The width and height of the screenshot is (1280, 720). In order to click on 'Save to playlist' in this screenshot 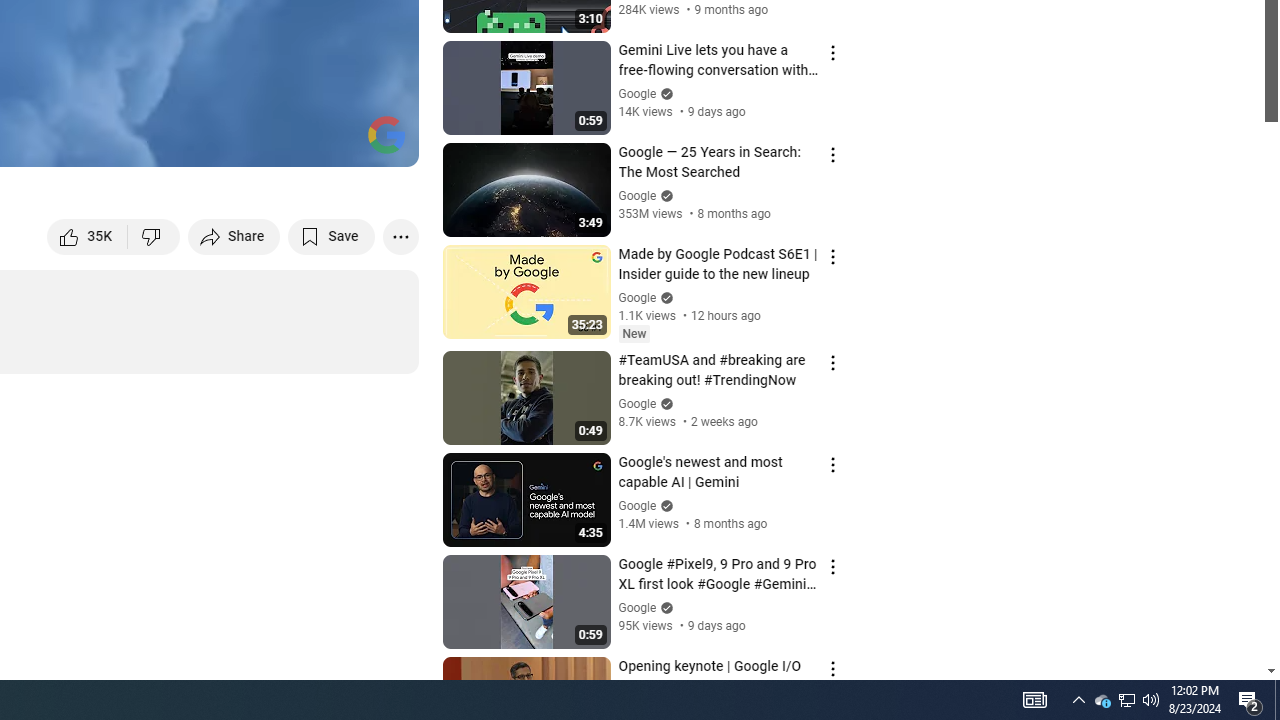, I will do `click(331, 235)`.